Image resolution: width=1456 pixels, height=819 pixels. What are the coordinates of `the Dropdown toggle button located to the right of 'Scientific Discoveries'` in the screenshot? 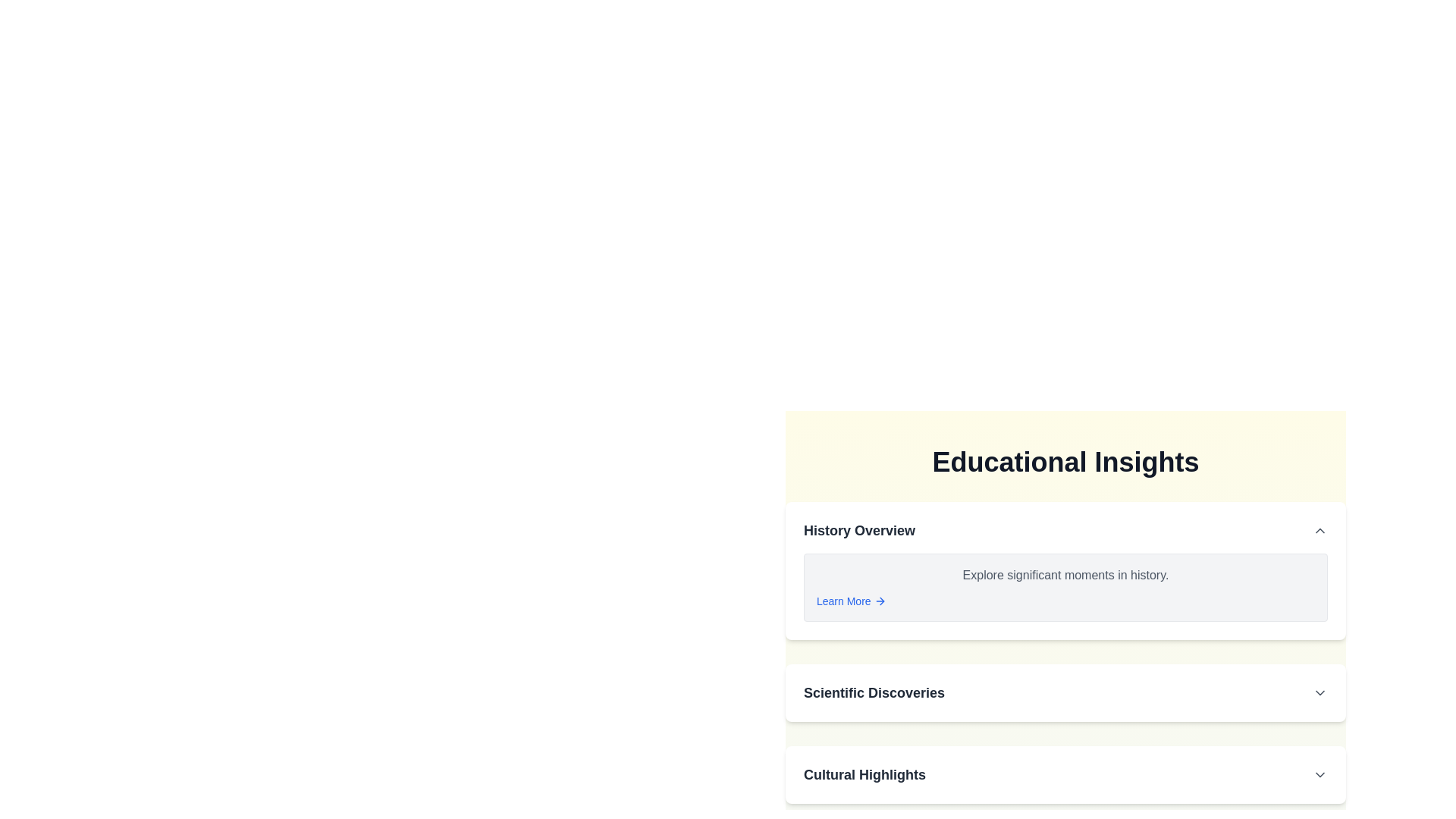 It's located at (1319, 693).